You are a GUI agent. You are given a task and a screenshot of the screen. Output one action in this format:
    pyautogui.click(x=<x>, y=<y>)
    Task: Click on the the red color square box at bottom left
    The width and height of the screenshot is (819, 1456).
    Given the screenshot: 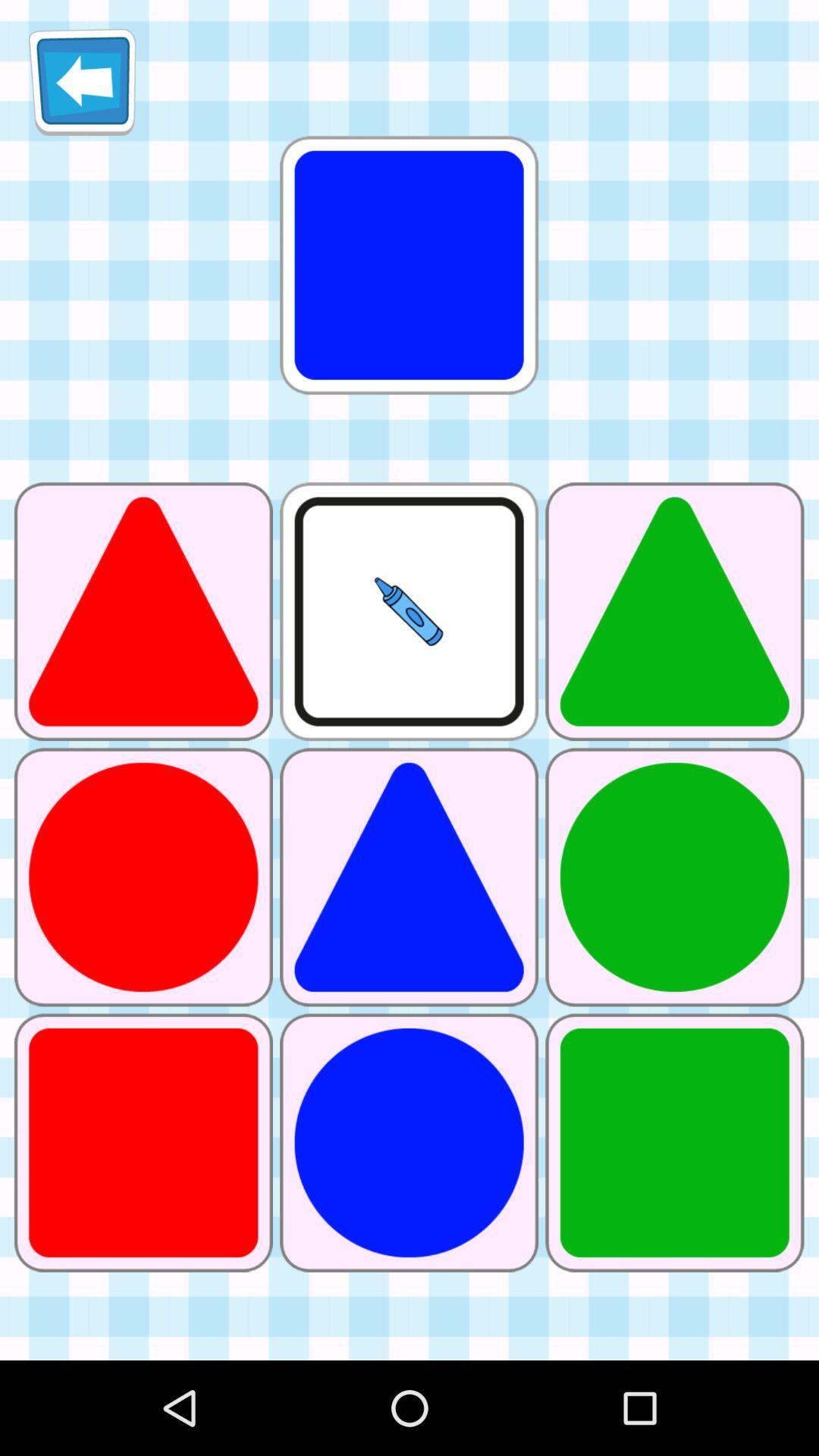 What is the action you would take?
    pyautogui.click(x=143, y=1143)
    